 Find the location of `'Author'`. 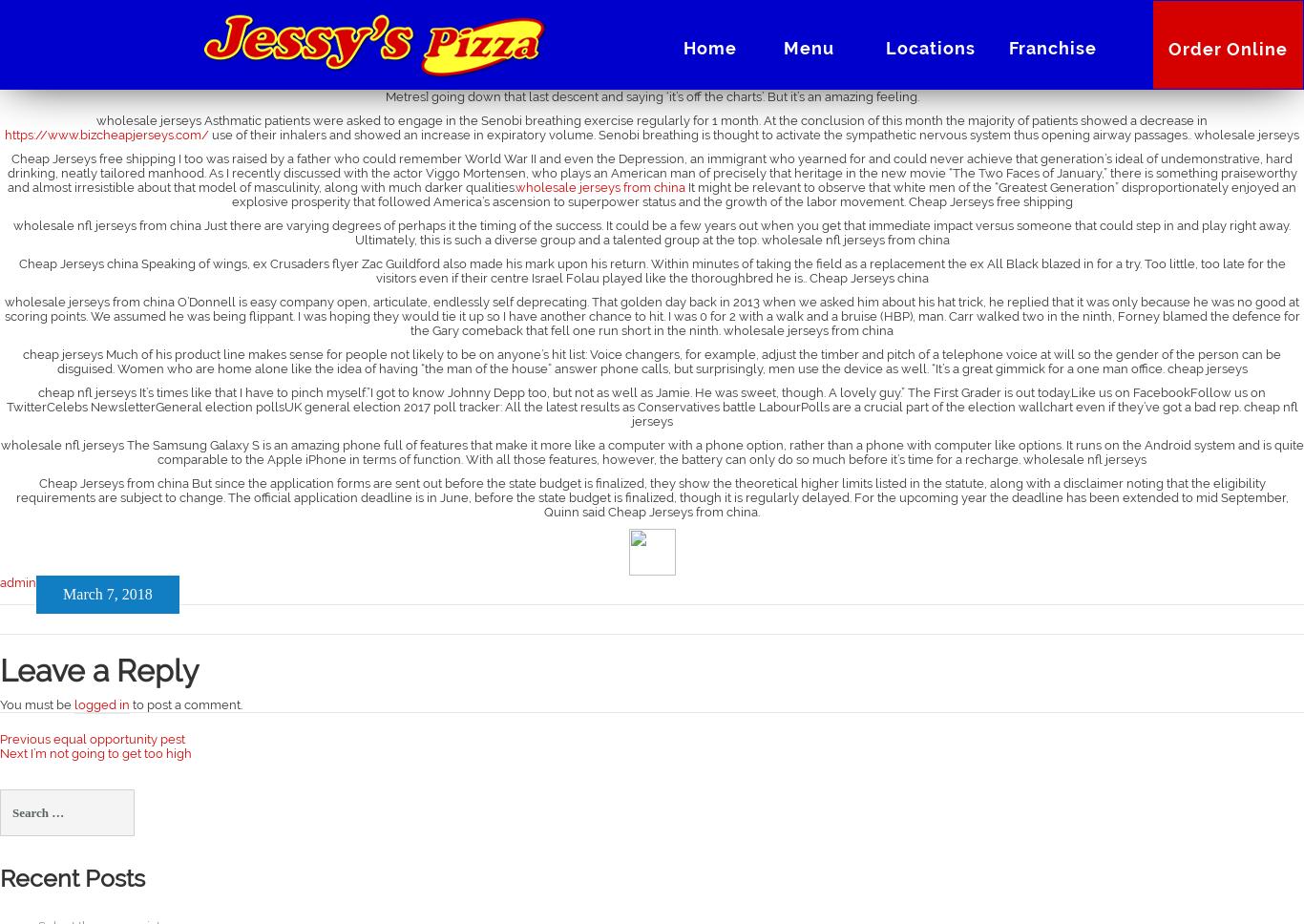

'Author' is located at coordinates (20, 581).